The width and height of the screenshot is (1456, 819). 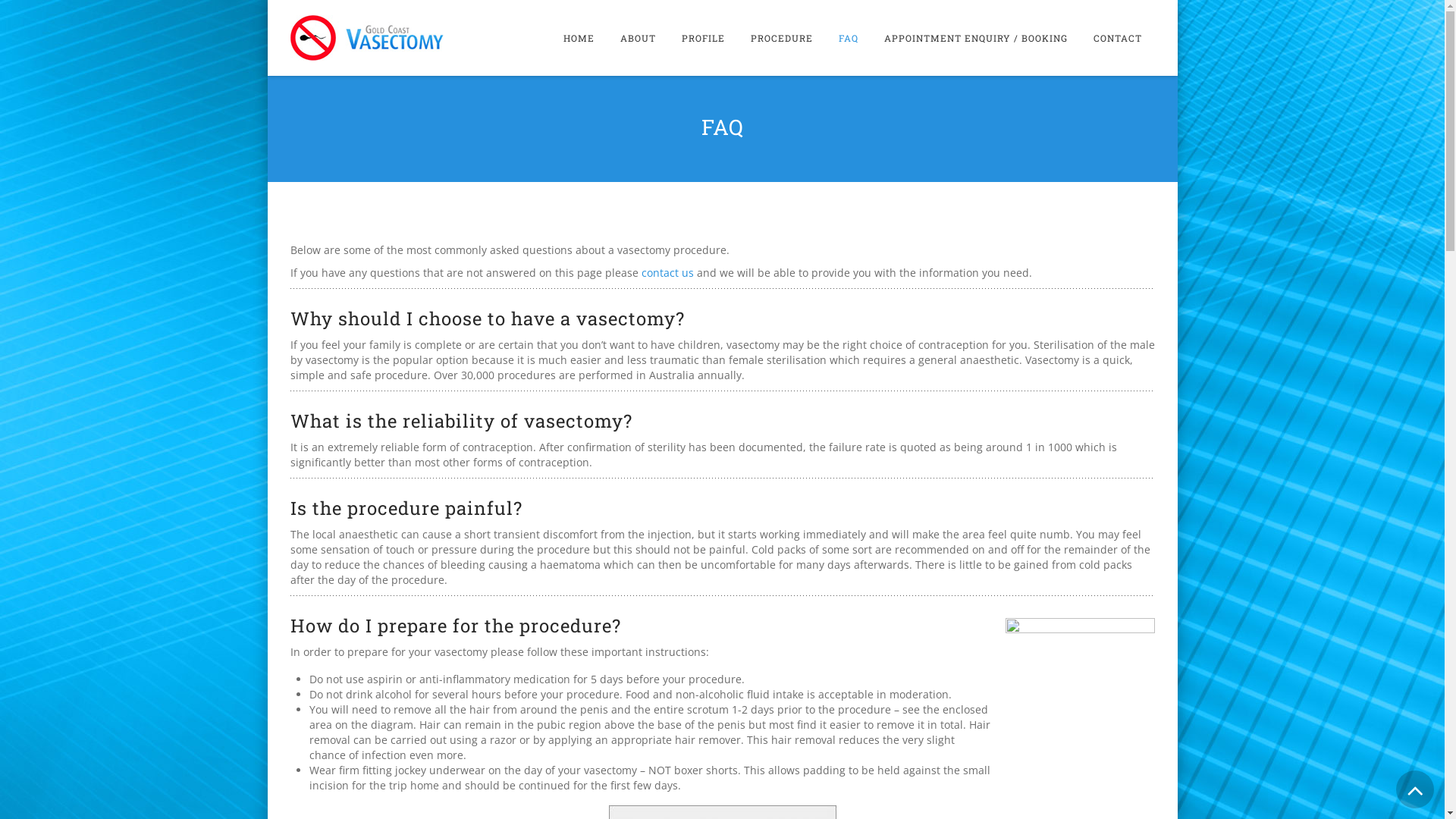 I want to click on 'CONTACT', so click(x=1117, y=37).